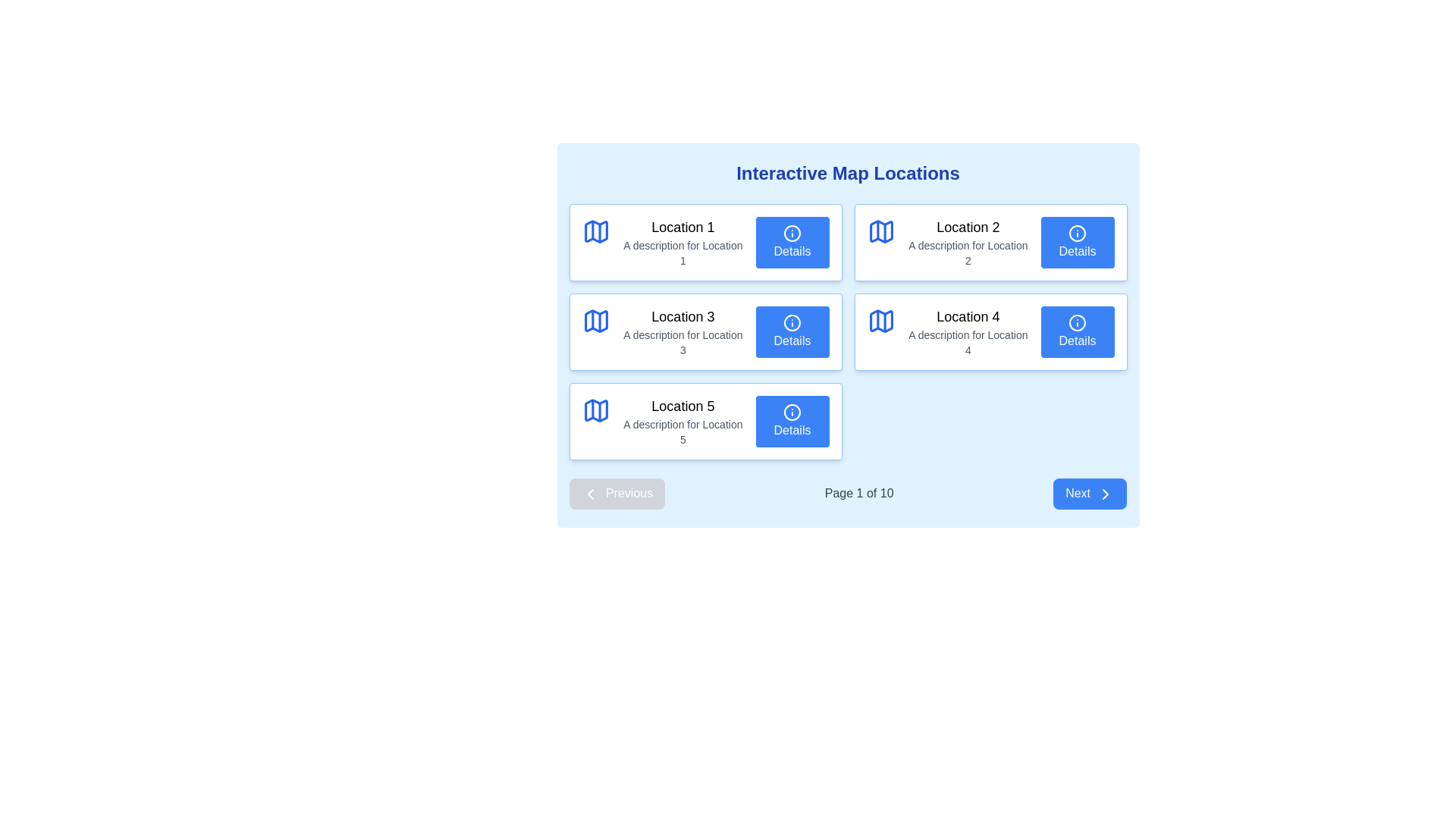 This screenshot has height=819, width=1456. What do you see at coordinates (682, 242) in the screenshot?
I see `the text label that provides information about 'Location 1', which is the top-left card in a grid of interactive map locations, located to the right of a blue map icon and adjacent to a blue 'Details' button` at bounding box center [682, 242].